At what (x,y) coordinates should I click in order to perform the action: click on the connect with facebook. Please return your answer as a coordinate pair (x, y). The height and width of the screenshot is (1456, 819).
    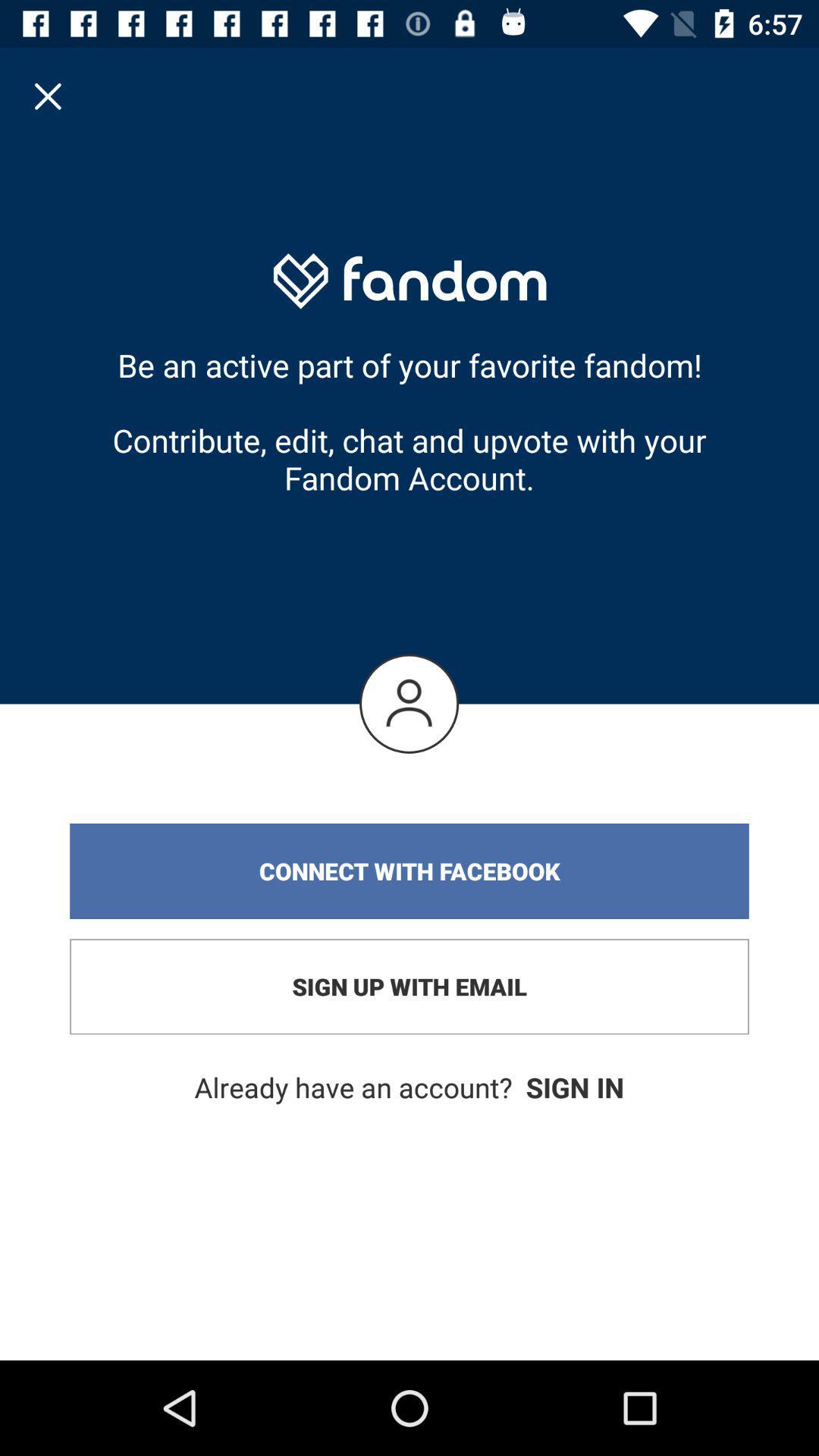
    Looking at the image, I should click on (409, 871).